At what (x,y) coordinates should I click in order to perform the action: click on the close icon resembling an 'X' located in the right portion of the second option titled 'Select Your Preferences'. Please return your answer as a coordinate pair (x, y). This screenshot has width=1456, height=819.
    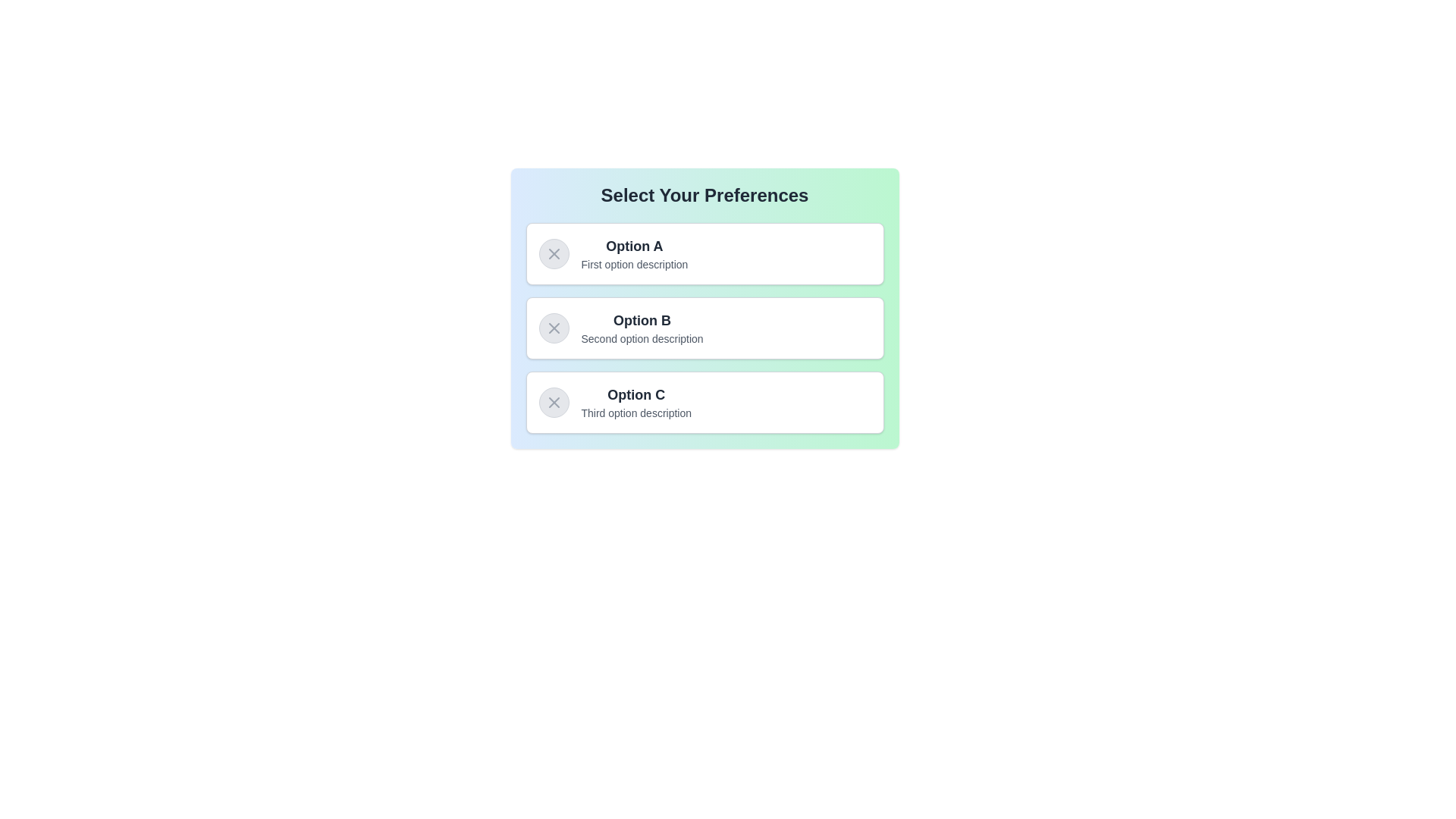
    Looking at the image, I should click on (553, 327).